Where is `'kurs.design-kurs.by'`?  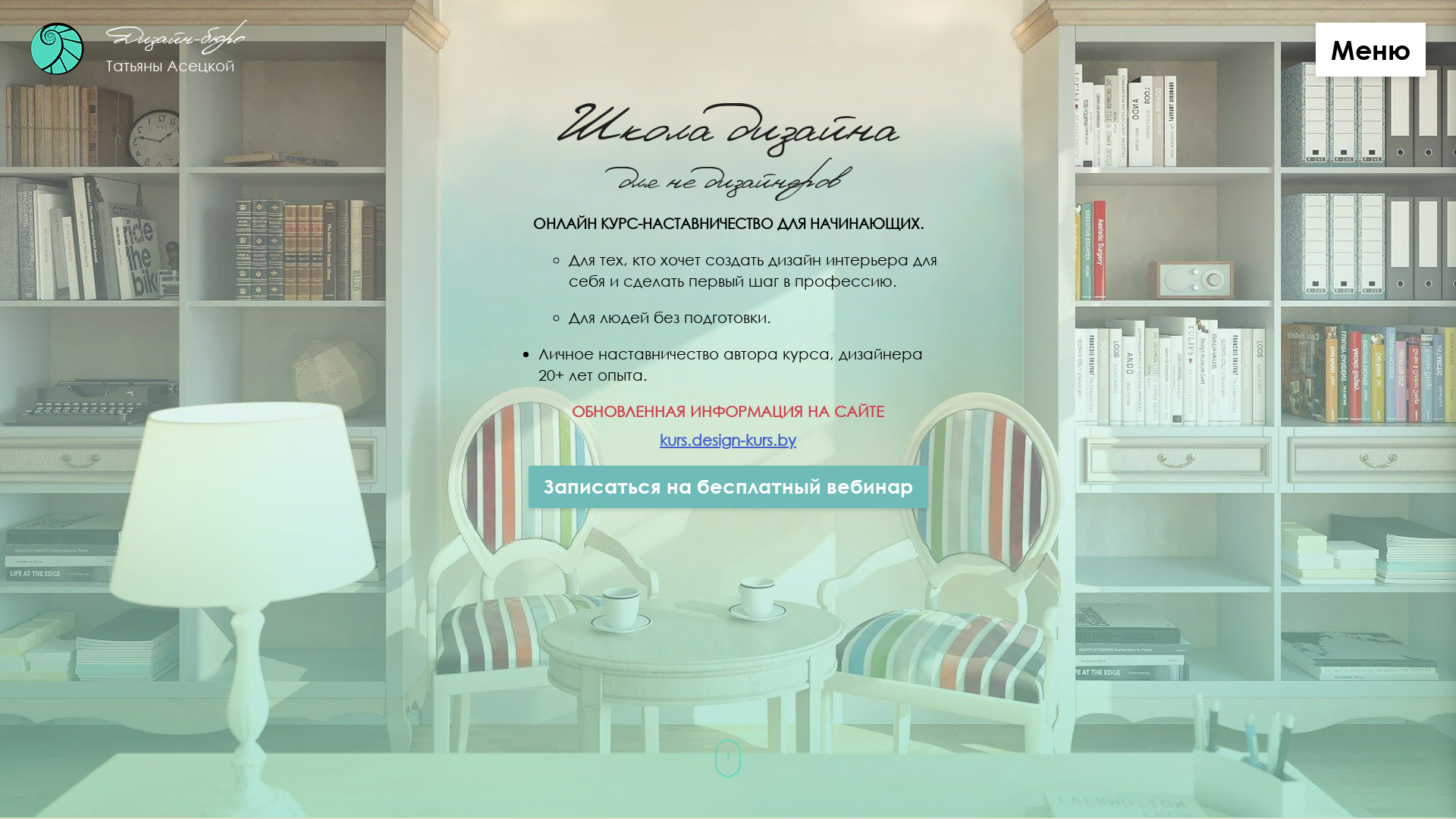
'kurs.design-kurs.by' is located at coordinates (728, 439).